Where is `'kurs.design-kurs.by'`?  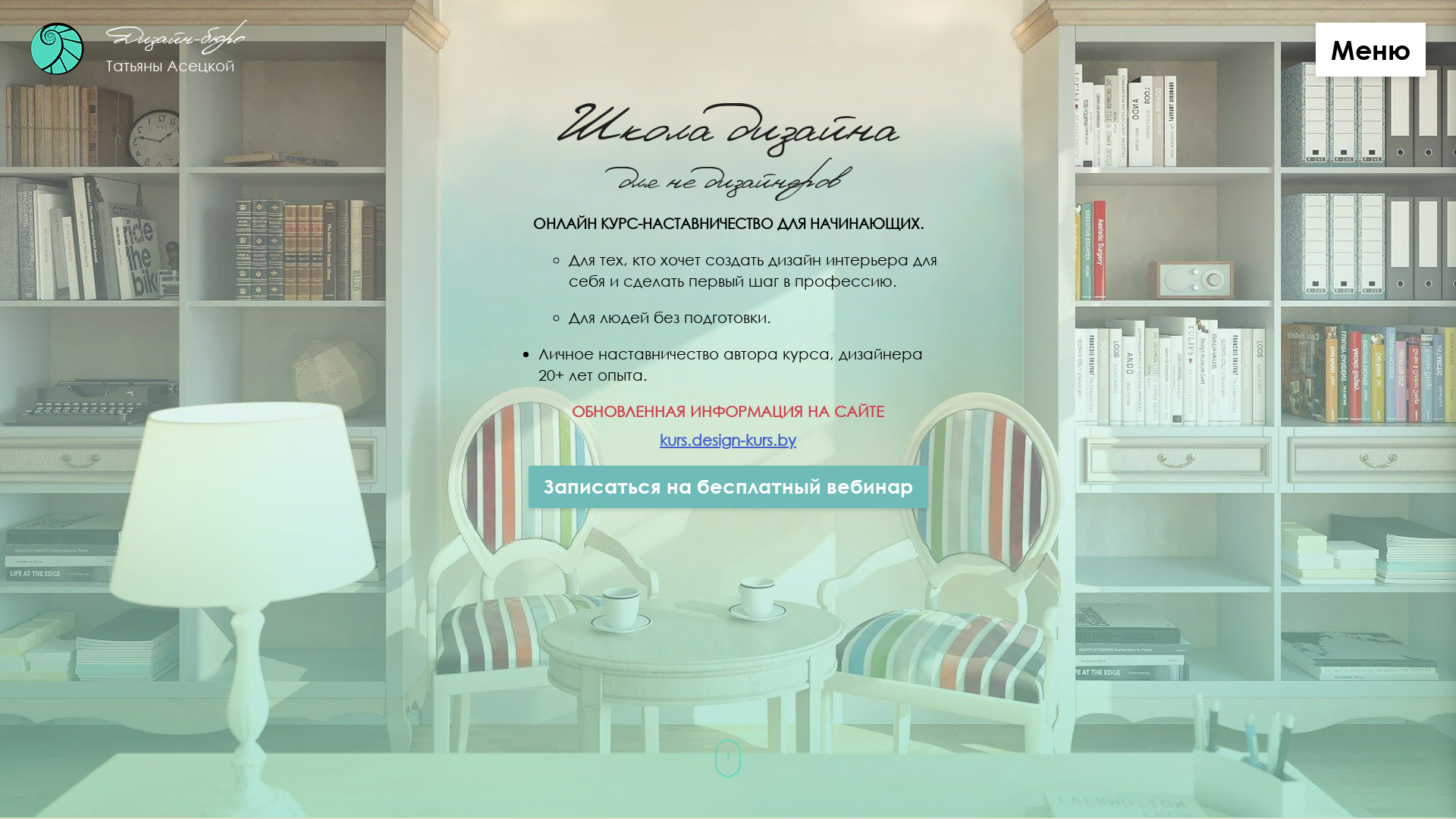
'kurs.design-kurs.by' is located at coordinates (728, 439).